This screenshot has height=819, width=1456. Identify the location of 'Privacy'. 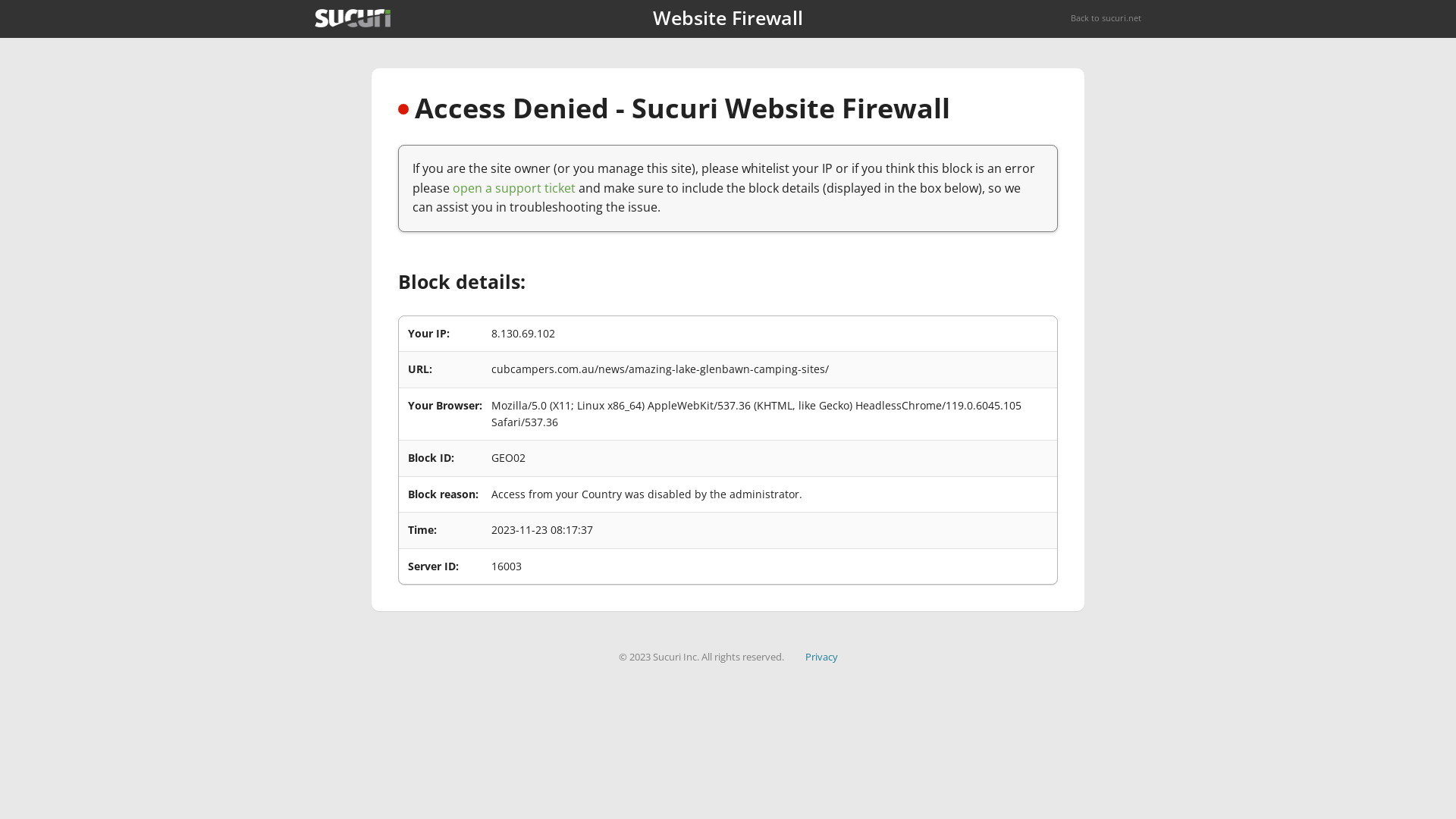
(821, 656).